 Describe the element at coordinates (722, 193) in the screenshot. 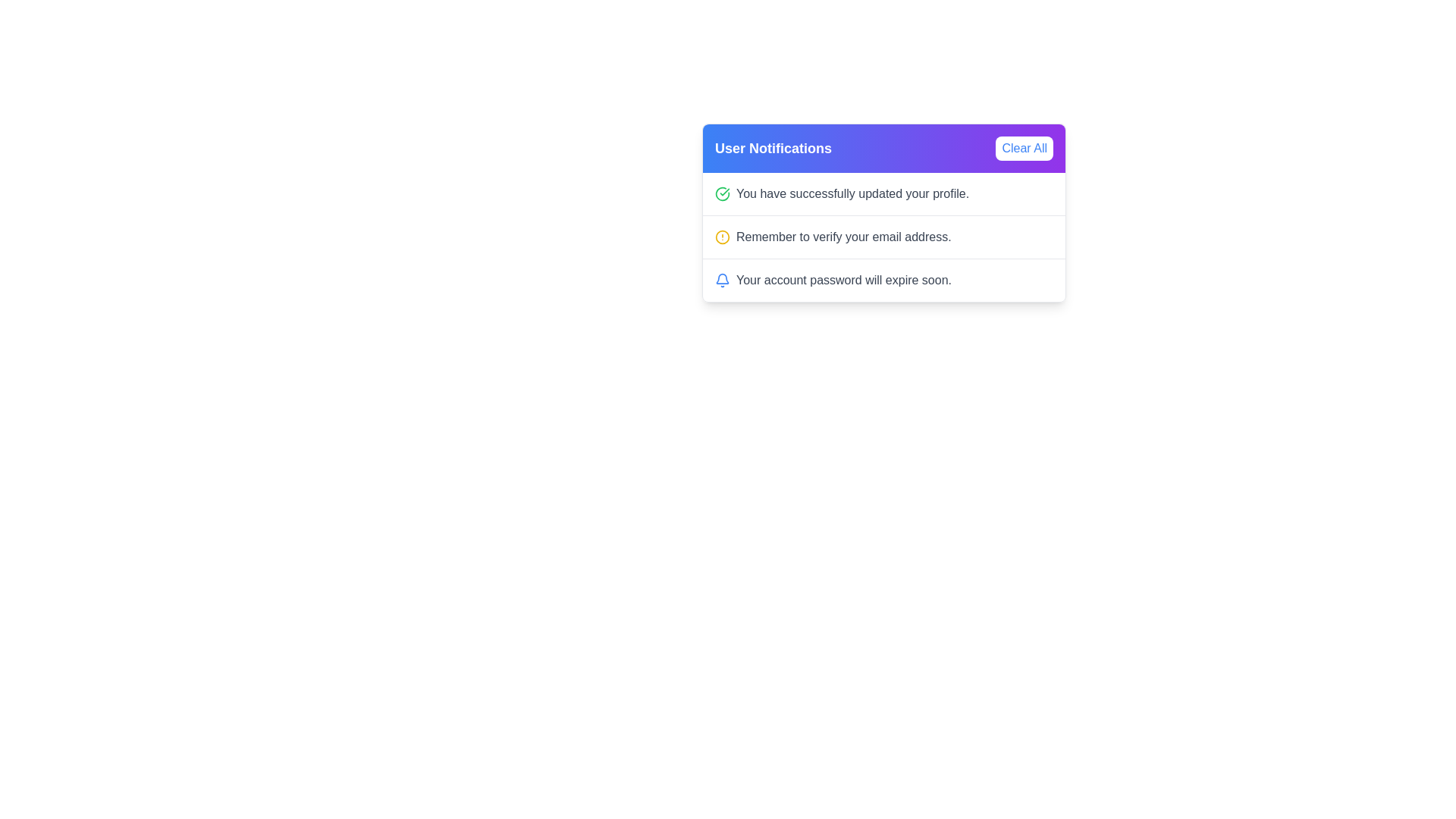

I see `the success icon indicating the completion of the profile update, located to the left of the notification text 'You have successfully updated your profile'` at that location.